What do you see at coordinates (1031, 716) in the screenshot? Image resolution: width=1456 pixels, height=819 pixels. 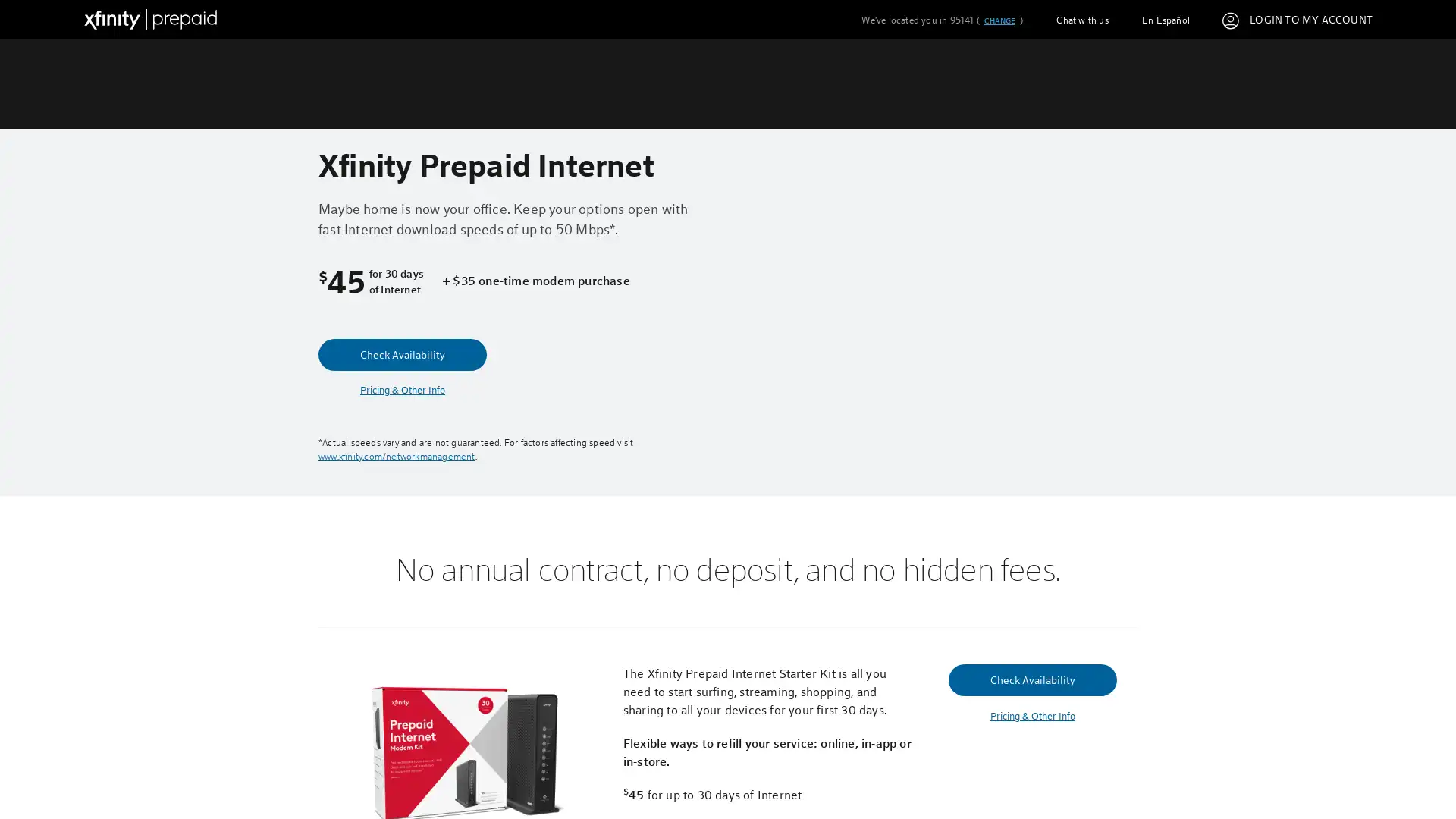 I see `Pricing & Other Info` at bounding box center [1031, 716].